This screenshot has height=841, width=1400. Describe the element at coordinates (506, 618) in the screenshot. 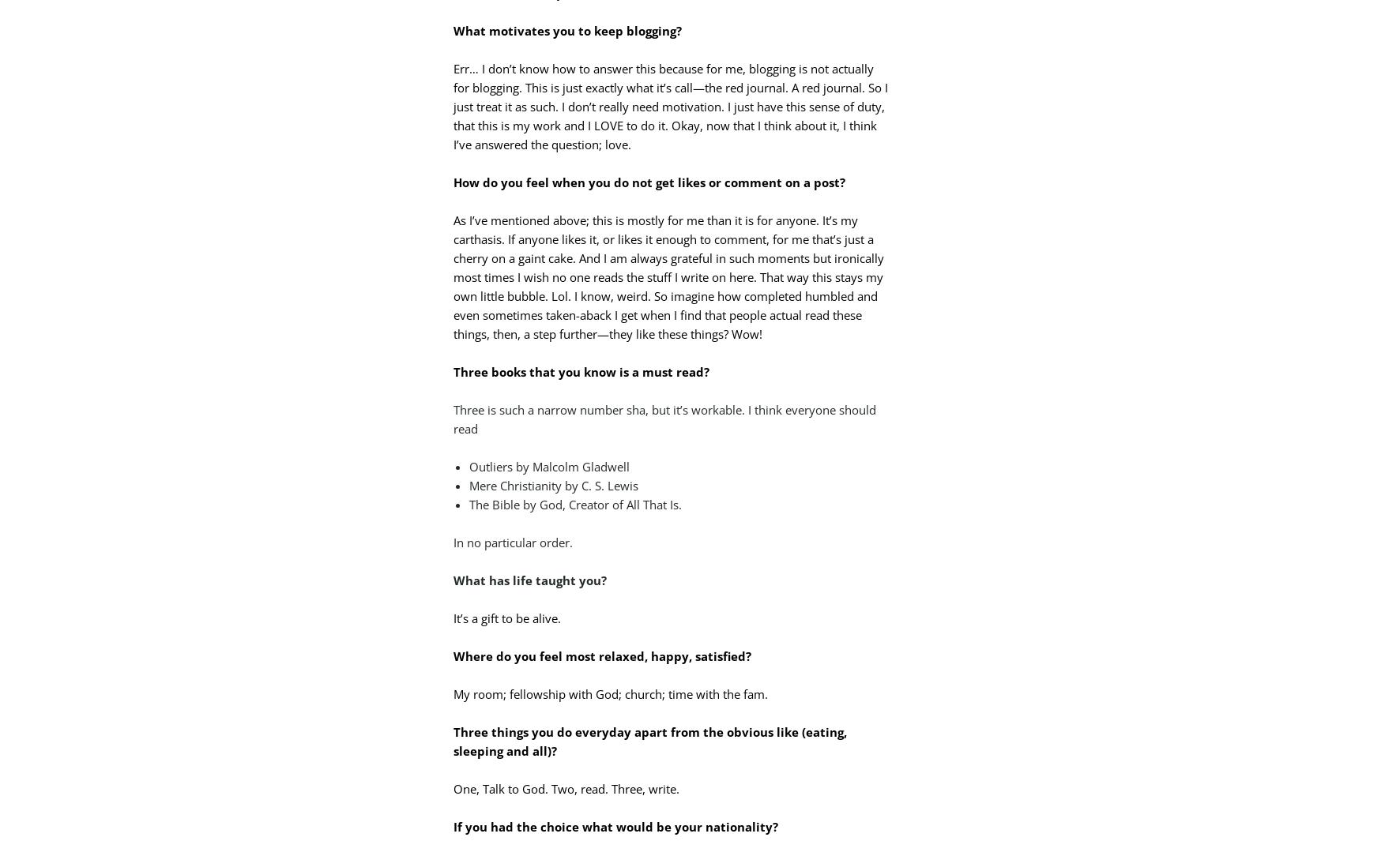

I see `'It’s a gift to be alive.'` at that location.